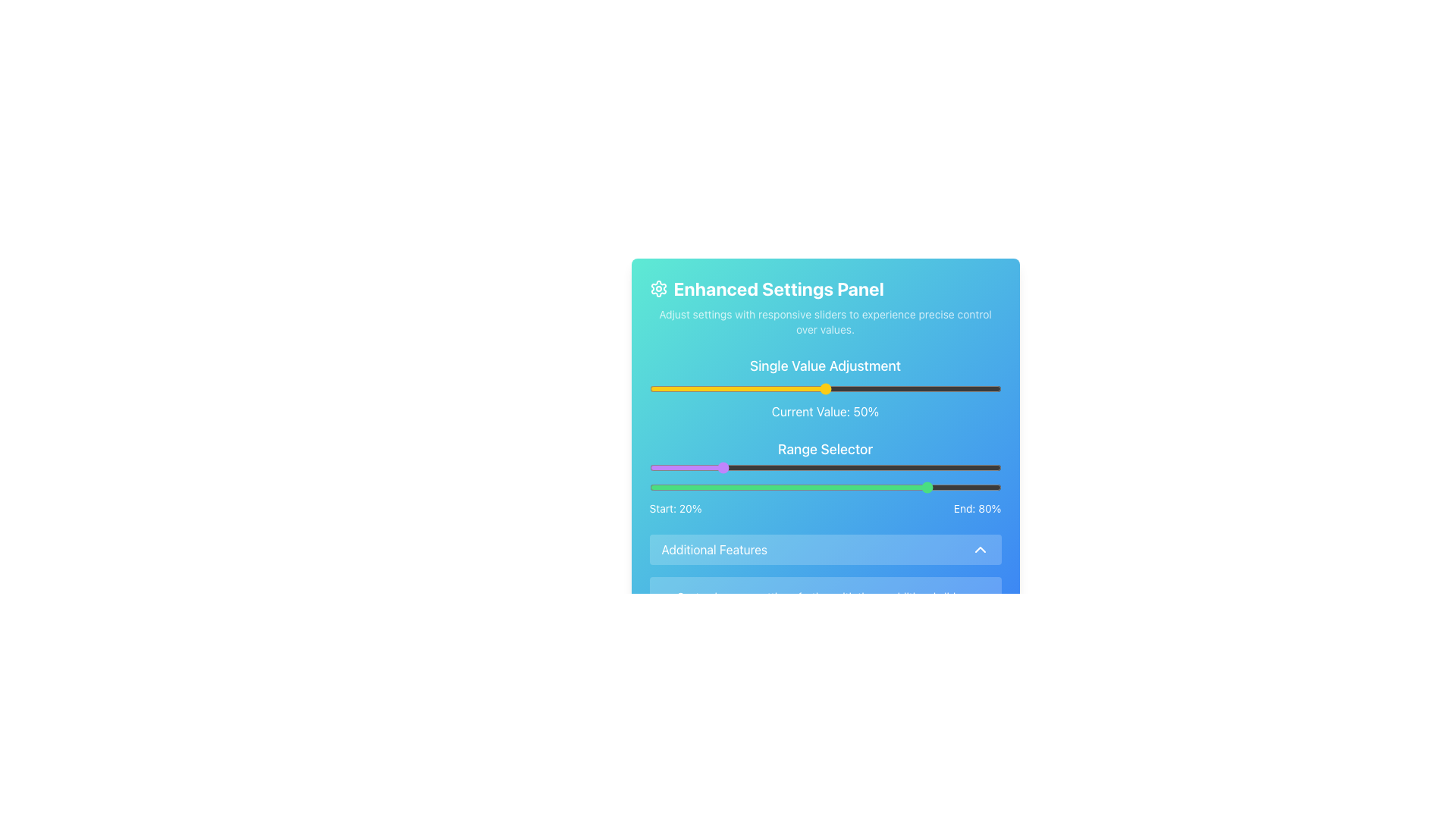 The width and height of the screenshot is (1456, 819). Describe the element at coordinates (733, 467) in the screenshot. I see `the range slider` at that location.